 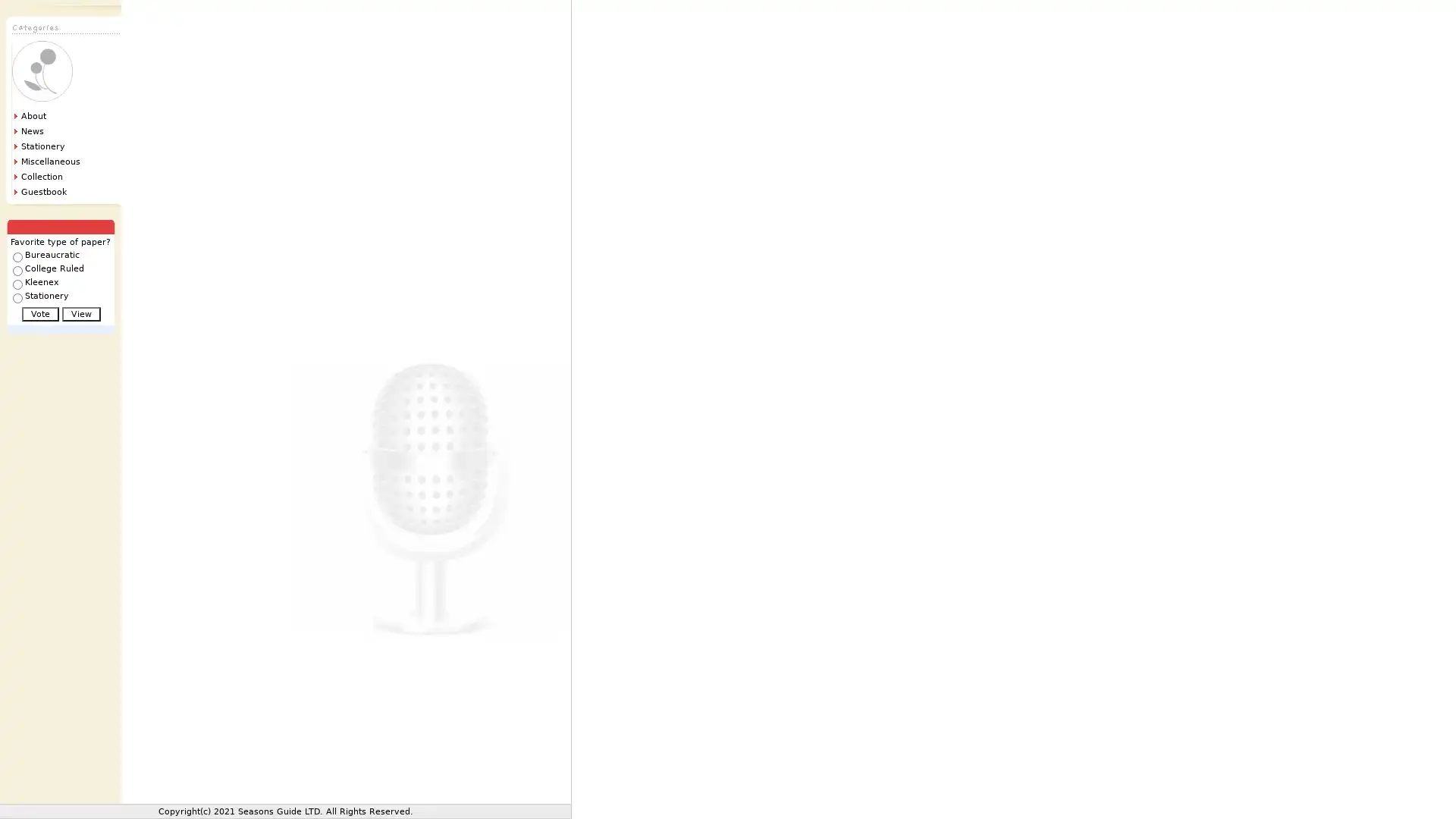 What do you see at coordinates (39, 313) in the screenshot?
I see `Vote` at bounding box center [39, 313].